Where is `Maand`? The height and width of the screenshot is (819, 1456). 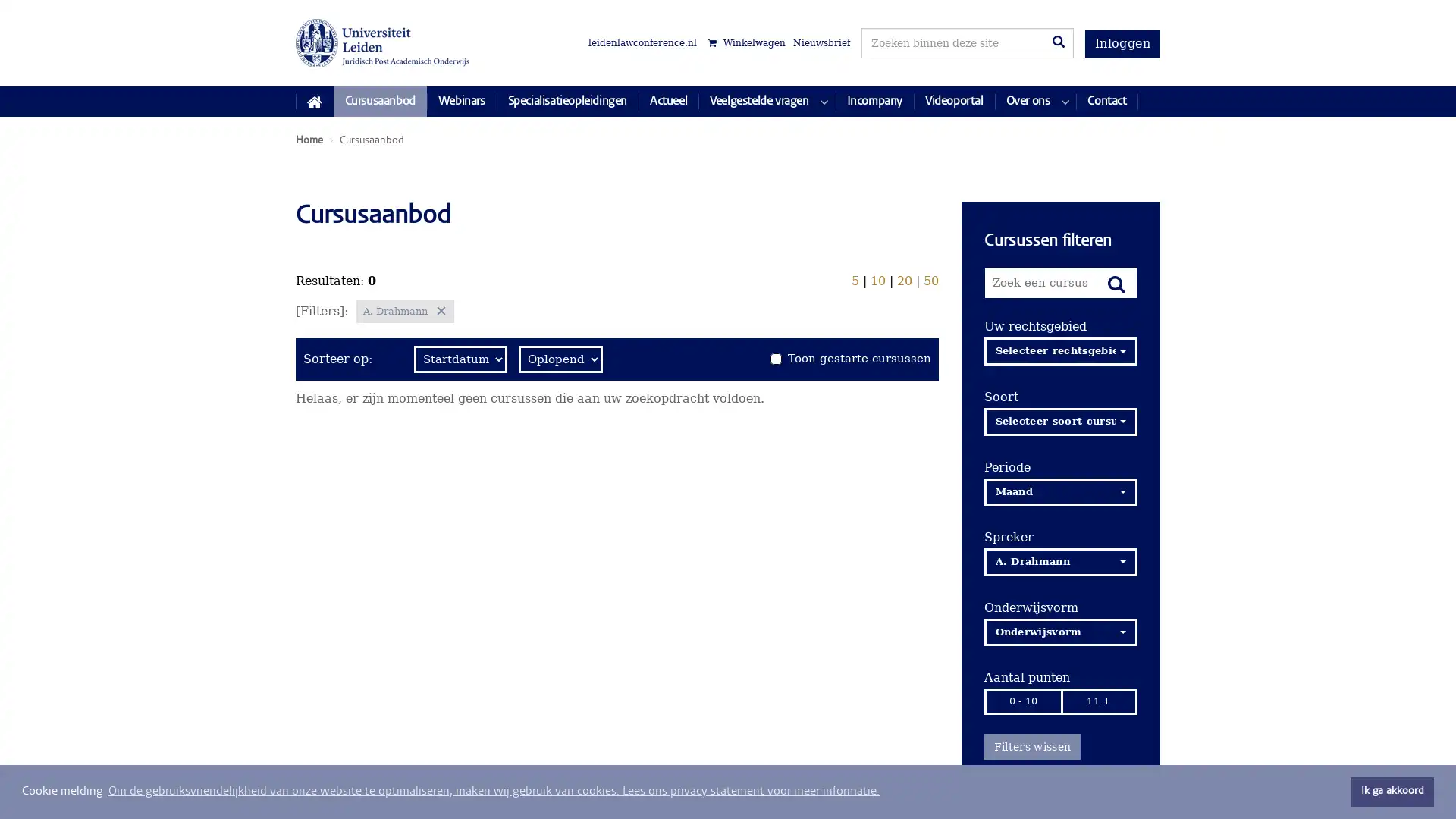
Maand is located at coordinates (1059, 491).